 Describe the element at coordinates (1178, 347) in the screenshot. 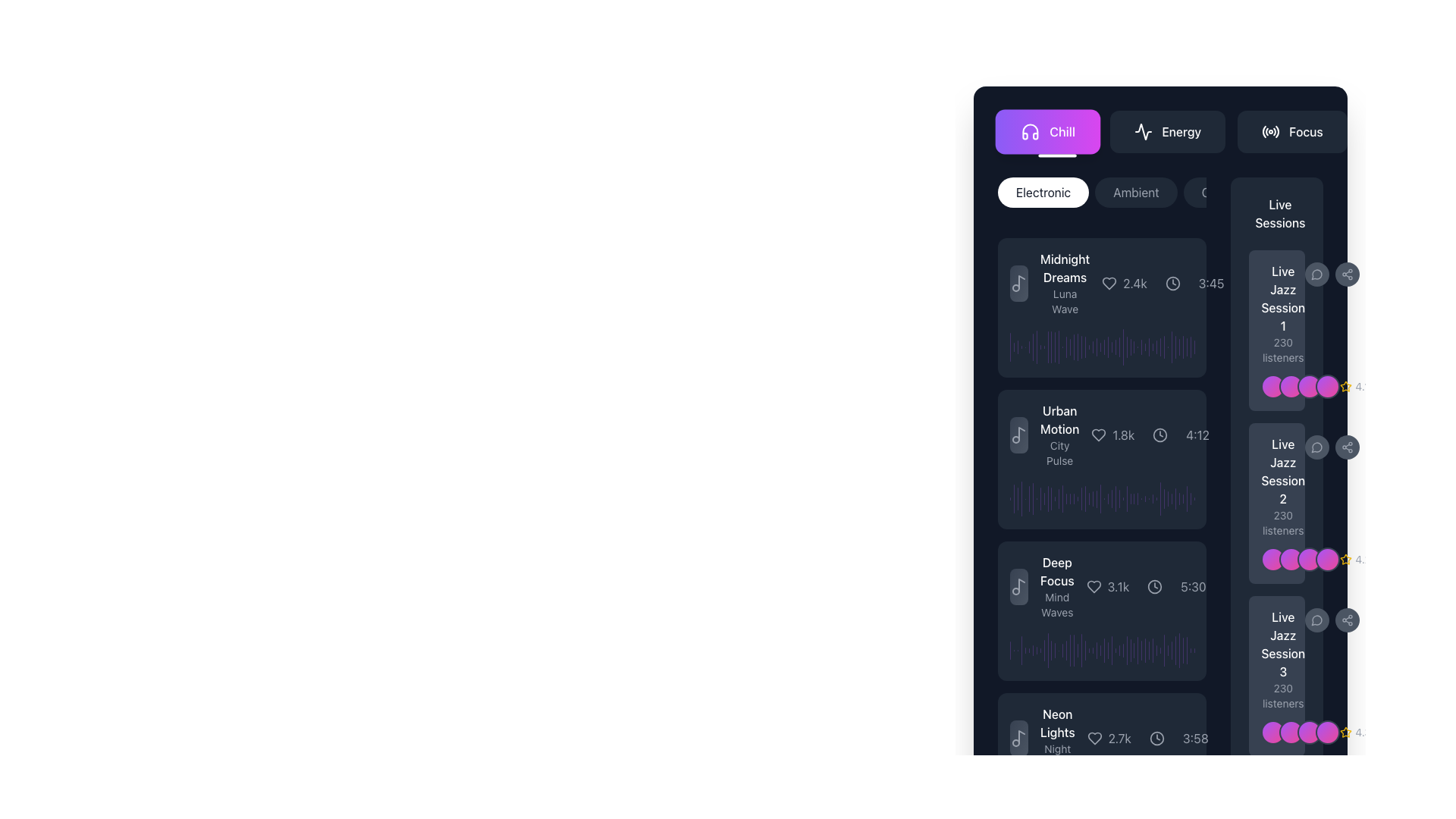

I see `properties of the 44th progress indicator bar located under the 'Live Sessions' section, which visually represents data or progress` at that location.